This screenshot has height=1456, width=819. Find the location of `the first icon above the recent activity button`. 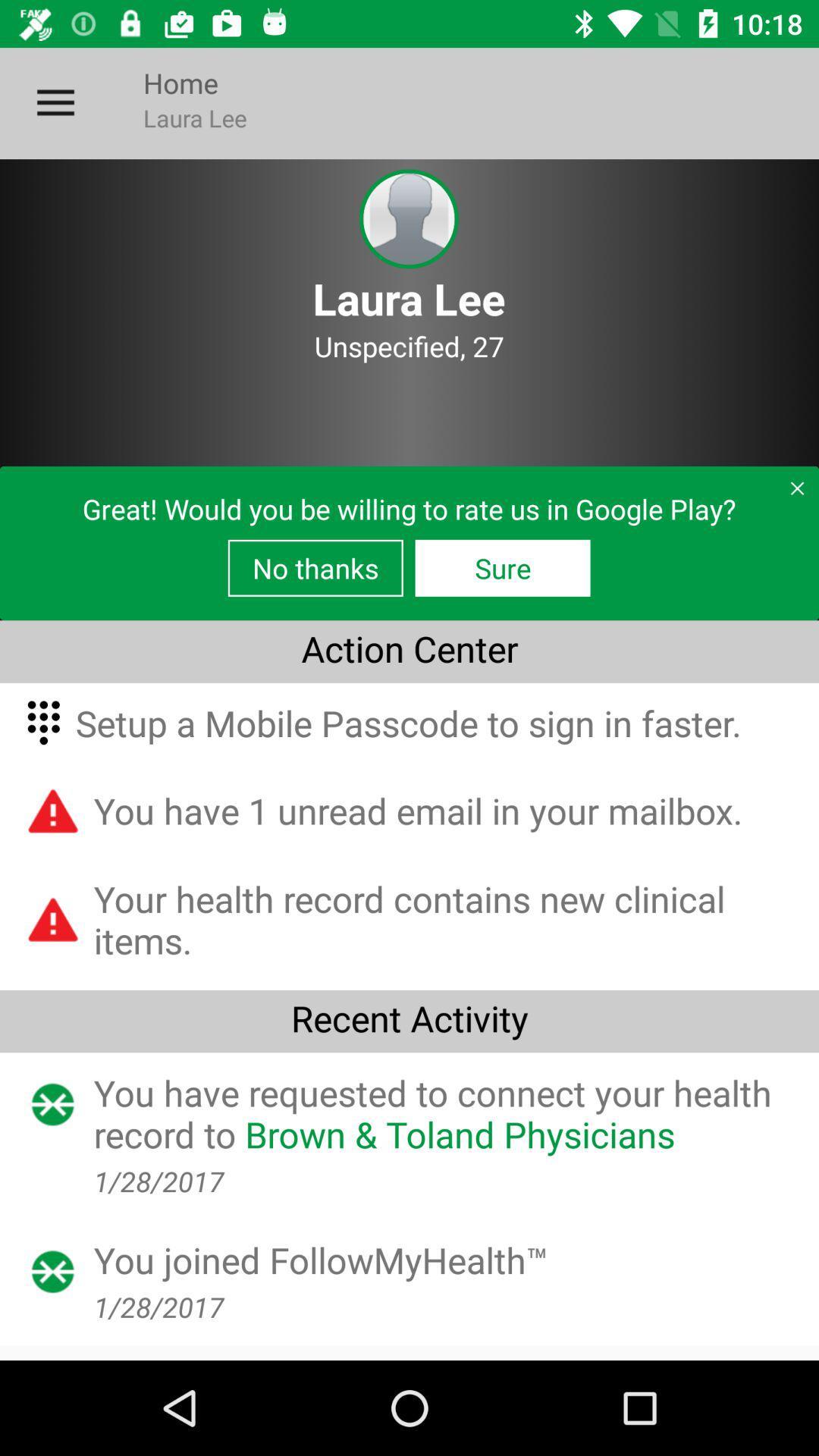

the first icon above the recent activity button is located at coordinates (54, 919).